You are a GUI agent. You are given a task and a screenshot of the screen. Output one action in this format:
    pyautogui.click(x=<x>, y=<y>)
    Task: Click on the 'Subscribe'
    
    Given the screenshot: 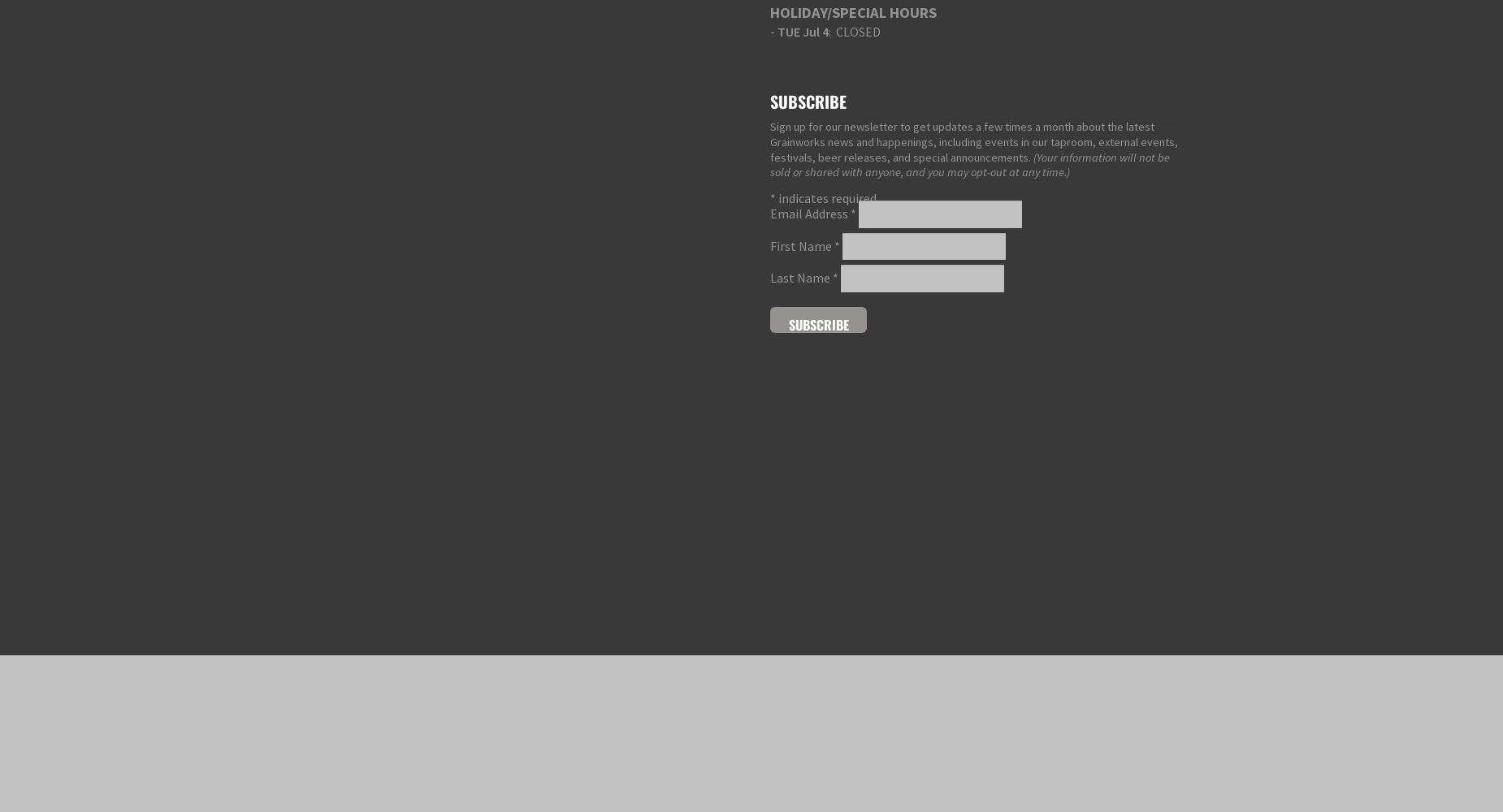 What is the action you would take?
    pyautogui.click(x=769, y=100)
    